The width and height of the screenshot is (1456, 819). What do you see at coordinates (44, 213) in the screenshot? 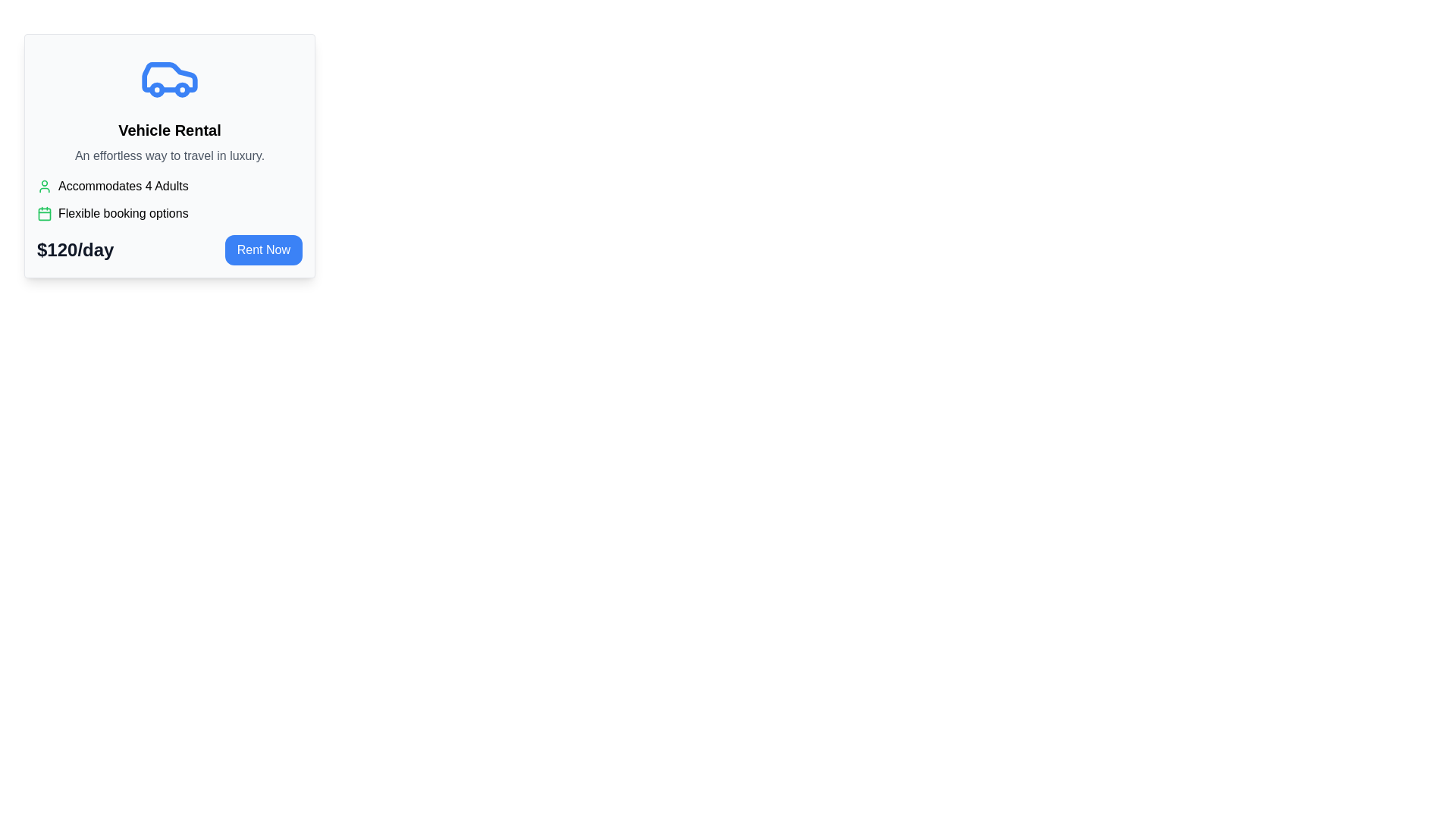
I see `the calendar icon located in the 'Flexible booking options' section, which serves as a visual aid for booking functionality` at bounding box center [44, 213].